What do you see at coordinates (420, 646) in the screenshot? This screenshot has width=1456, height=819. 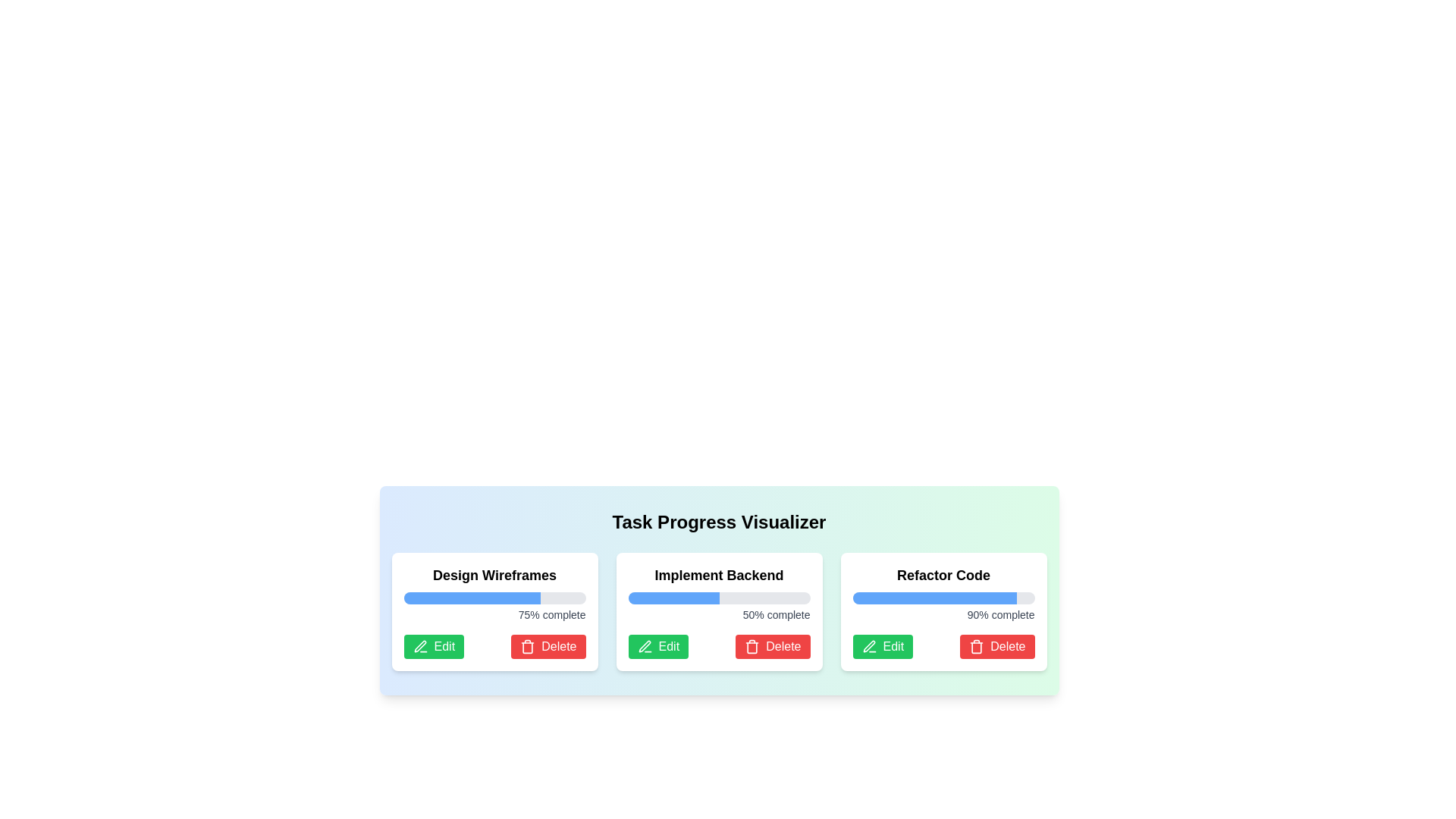 I see `the green pen icon that signifies the edit function, which is part of the 'Edit' button located` at bounding box center [420, 646].